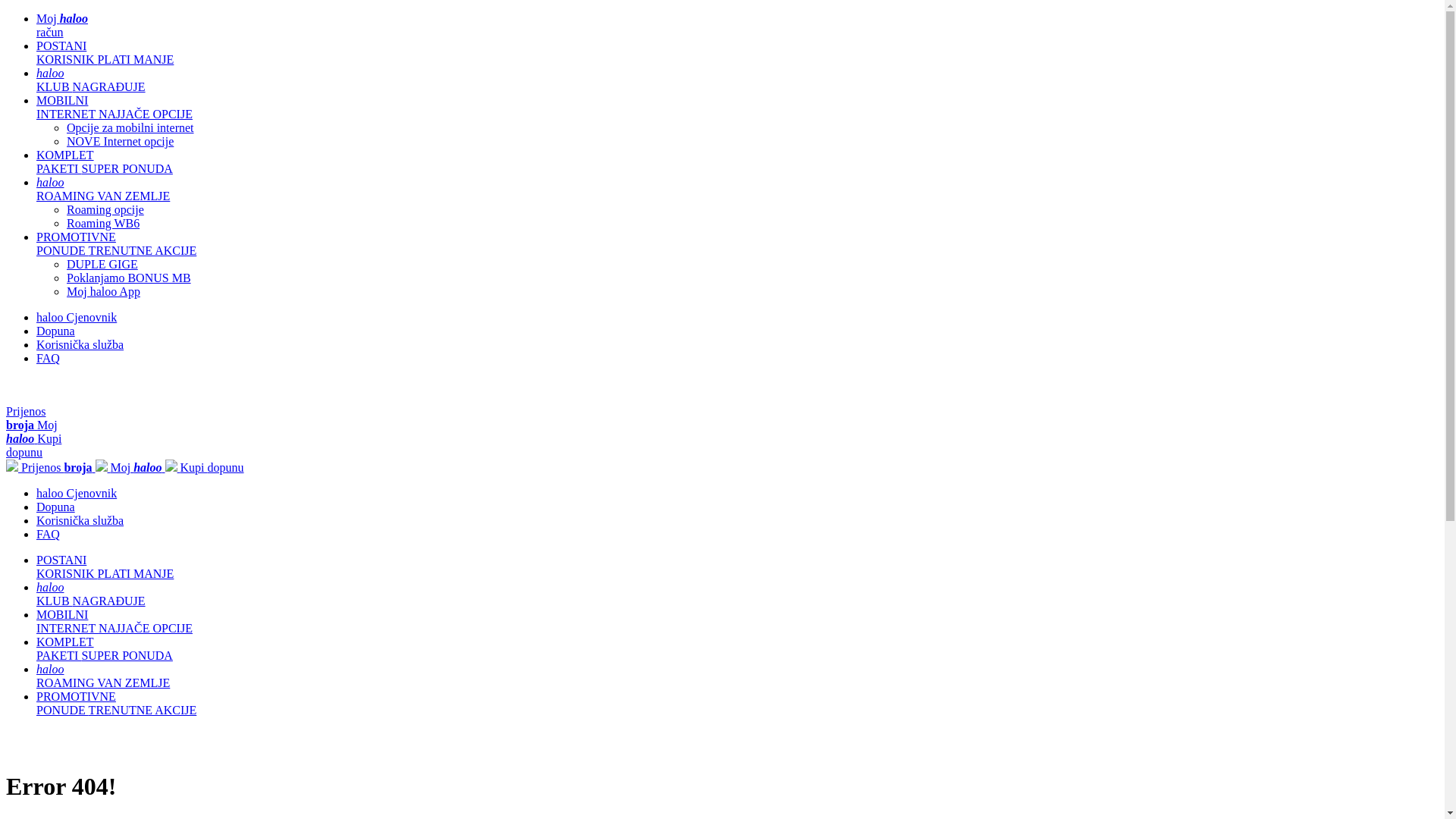 Image resolution: width=1456 pixels, height=819 pixels. What do you see at coordinates (48, 533) in the screenshot?
I see `'FAQ'` at bounding box center [48, 533].